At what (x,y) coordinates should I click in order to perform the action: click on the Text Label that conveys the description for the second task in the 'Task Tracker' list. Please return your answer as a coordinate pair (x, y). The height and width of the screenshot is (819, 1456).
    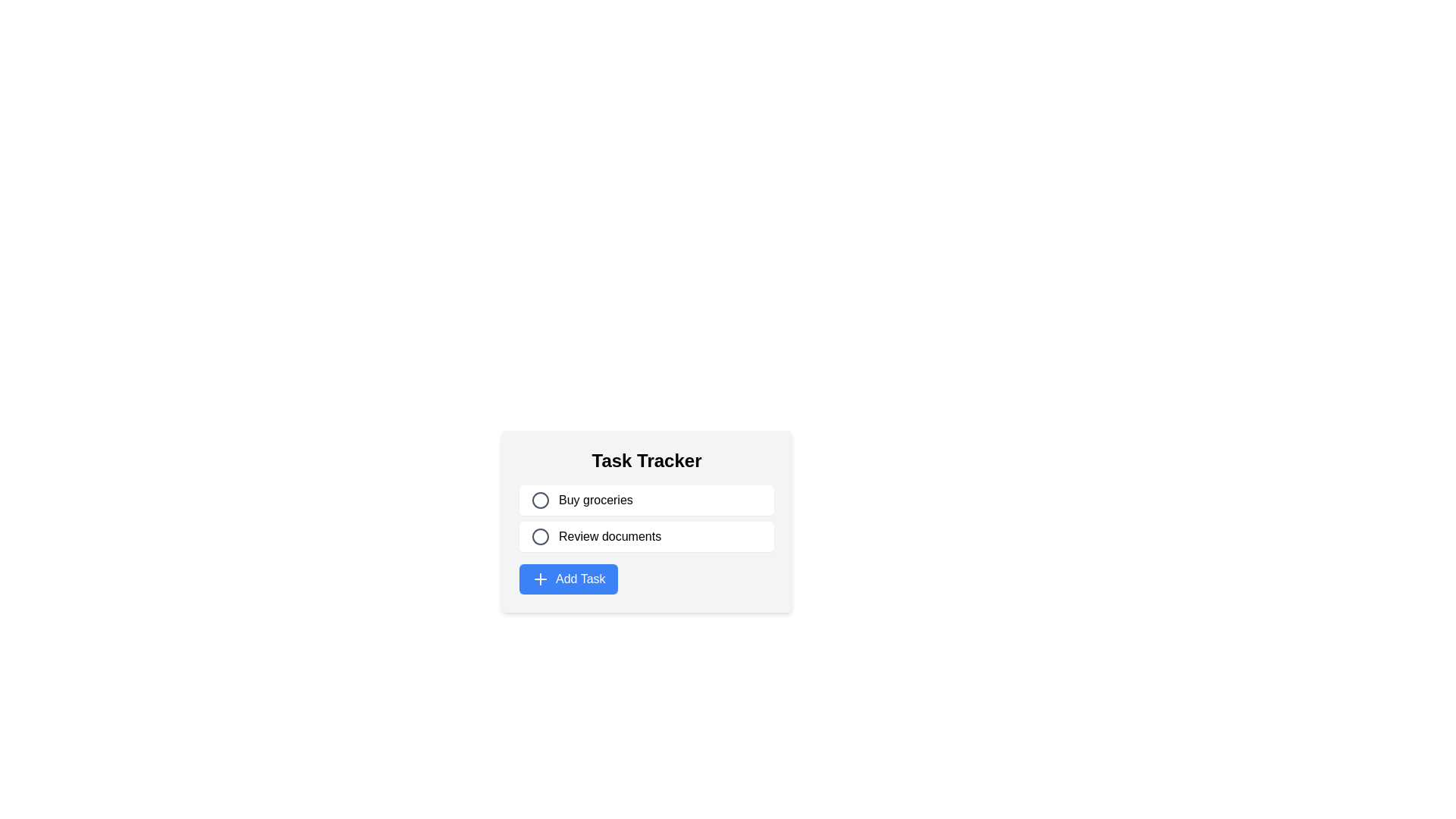
    Looking at the image, I should click on (610, 536).